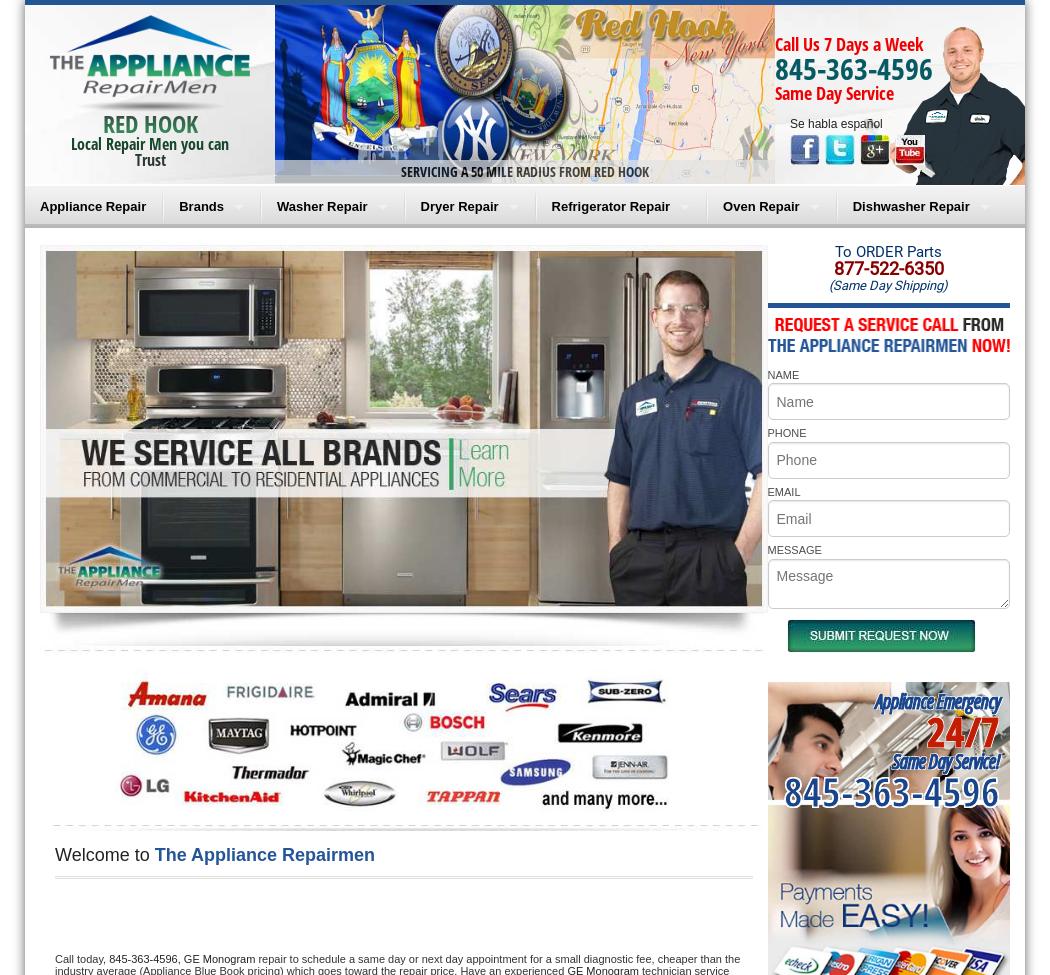  What do you see at coordinates (873, 699) in the screenshot?
I see `'Appliance Emergency'` at bounding box center [873, 699].